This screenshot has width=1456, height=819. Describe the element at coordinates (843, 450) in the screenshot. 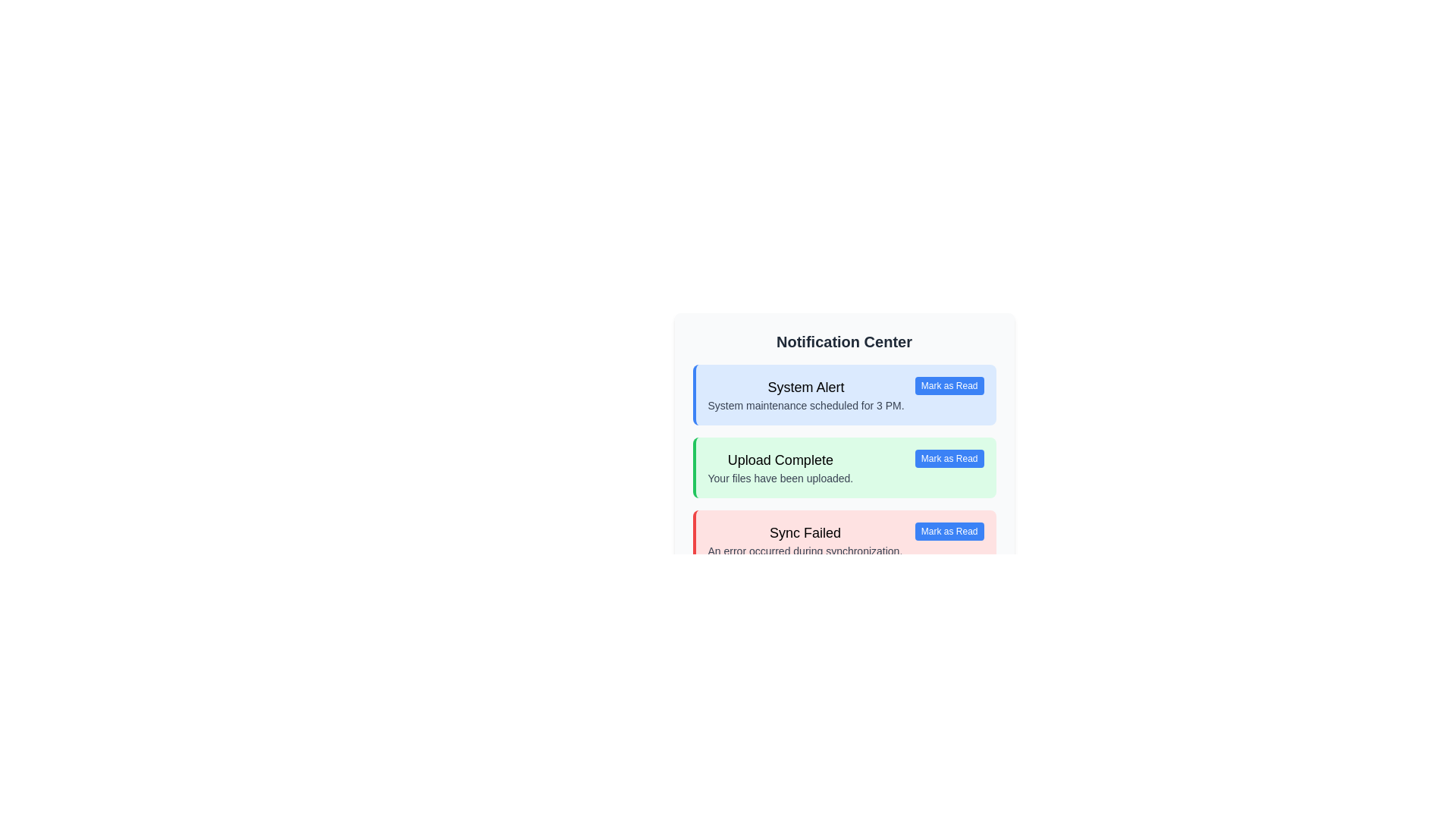

I see `the second notification item in the Notification Center to focus on the successful upload notification` at that location.